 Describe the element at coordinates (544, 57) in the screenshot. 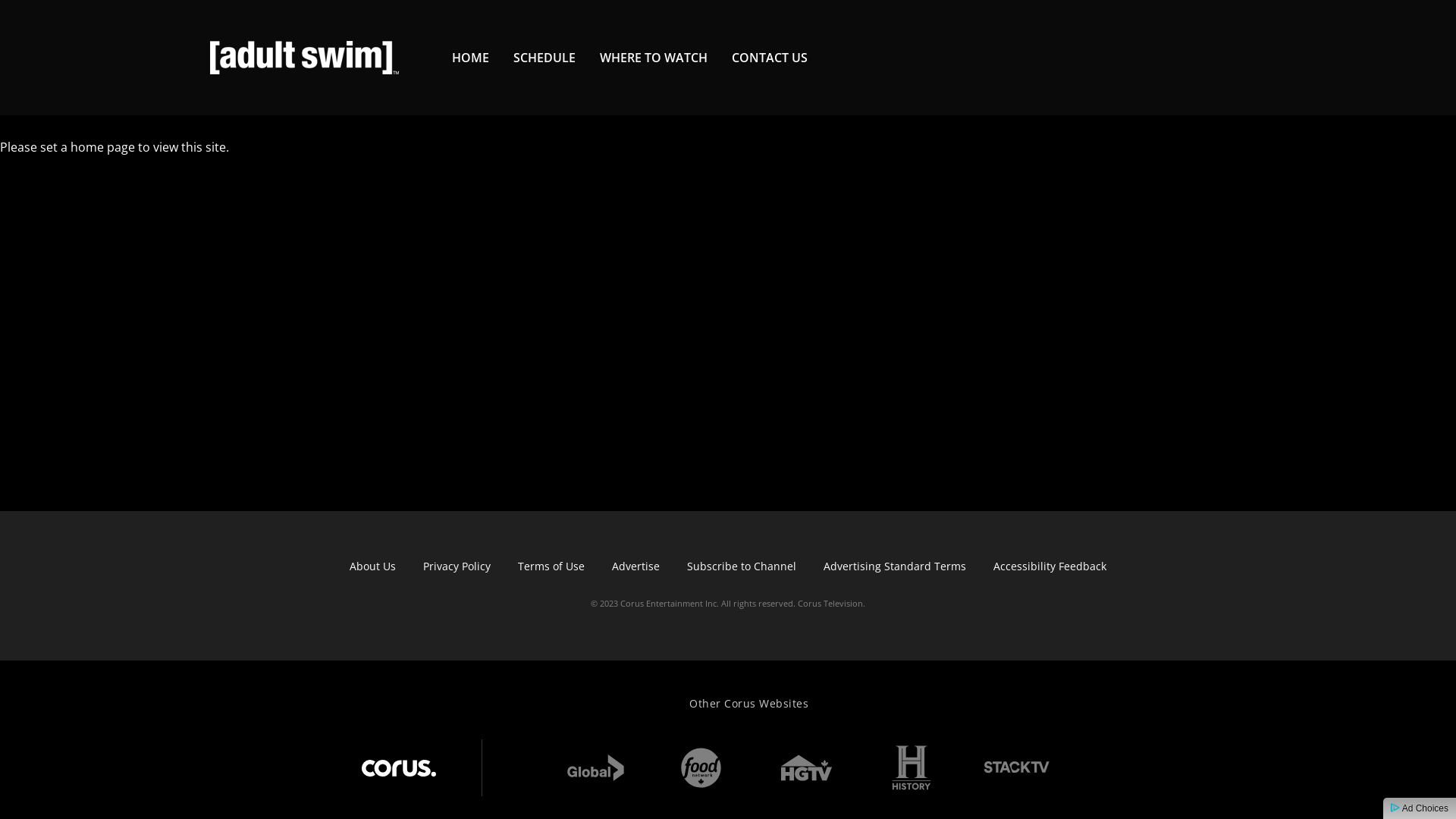

I see `'SCHEDULE'` at that location.